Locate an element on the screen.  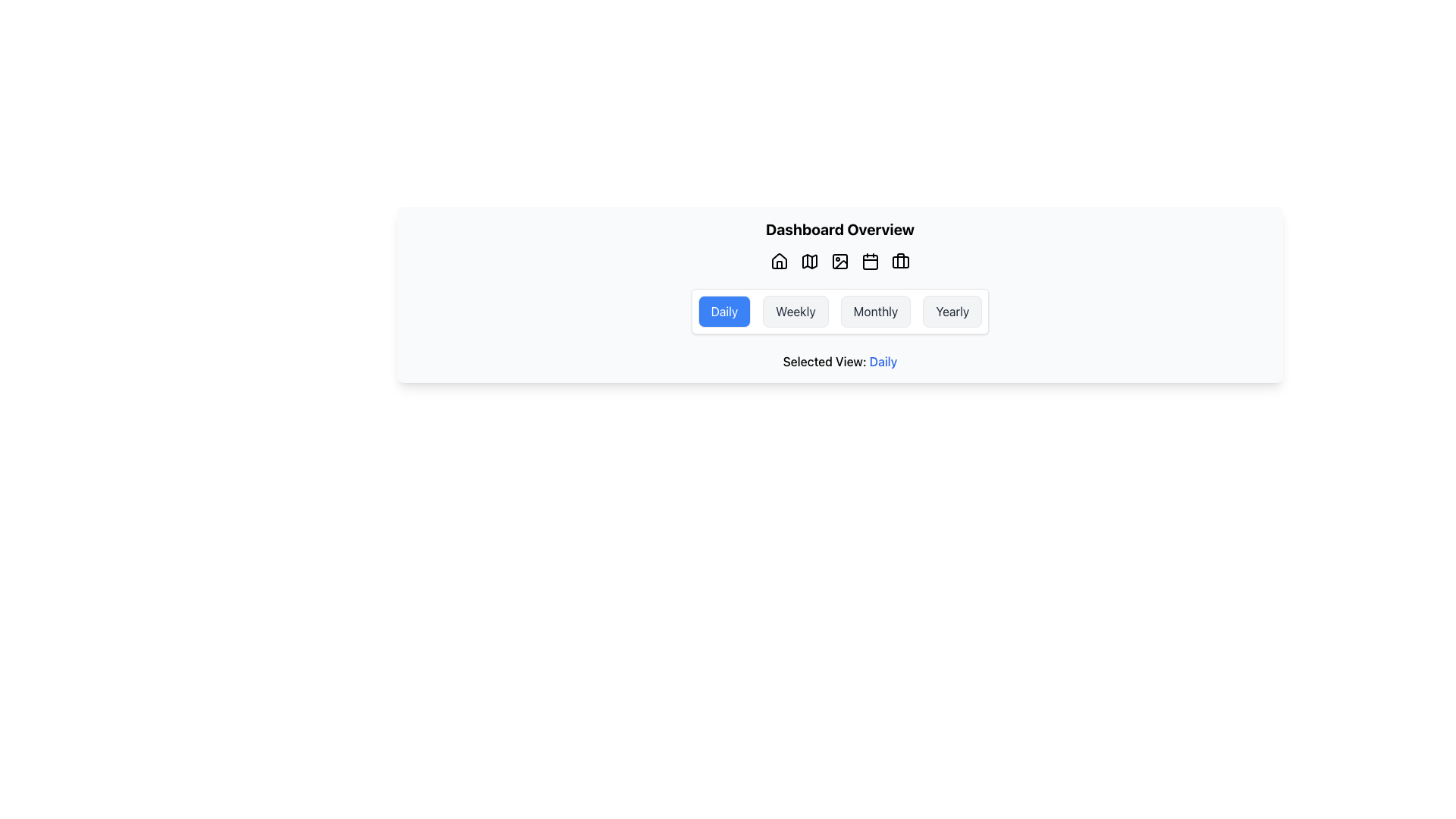
the 'Weekly' button is located at coordinates (795, 311).